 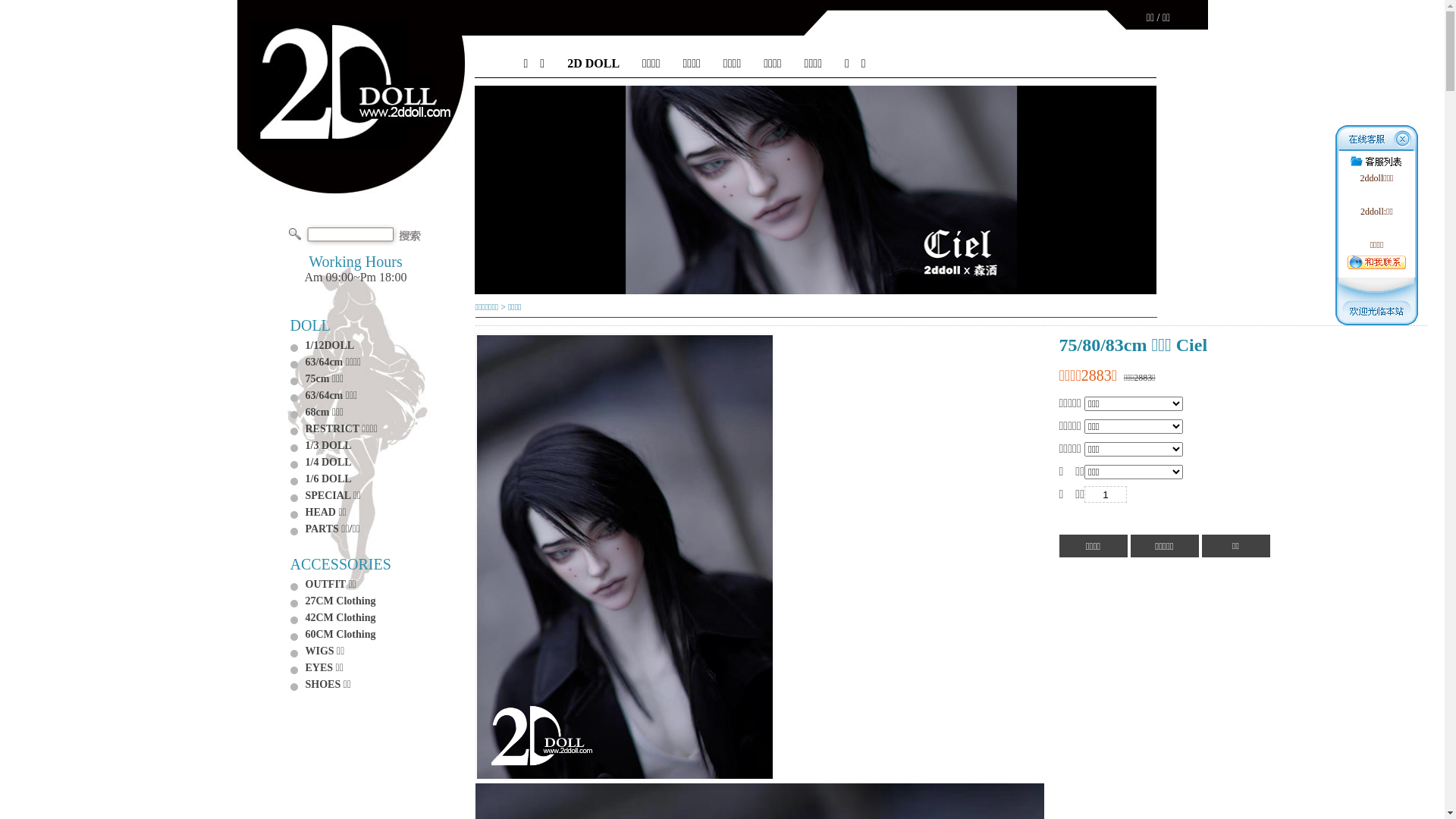 What do you see at coordinates (328, 345) in the screenshot?
I see `'1/12DOLL'` at bounding box center [328, 345].